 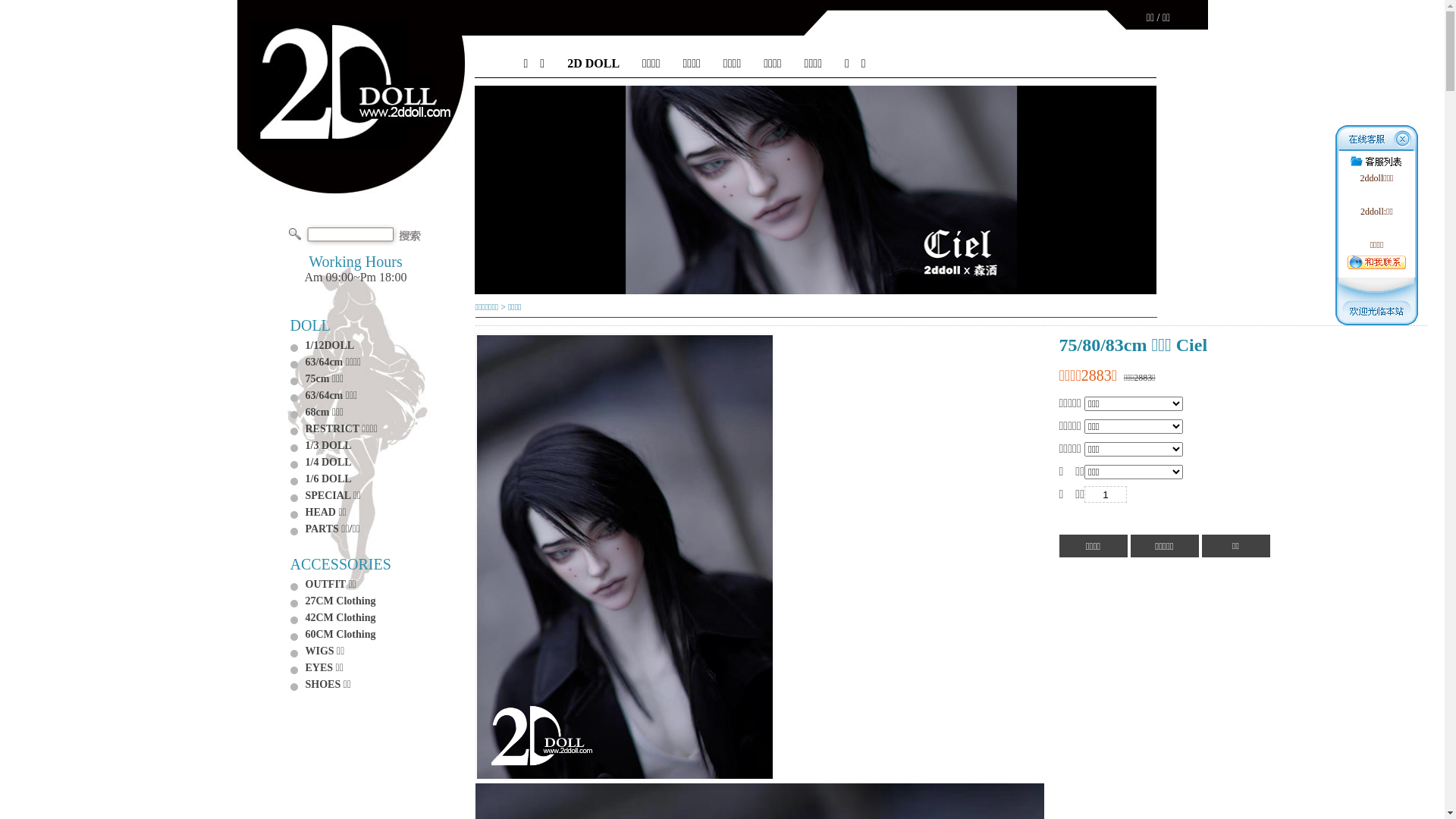 What do you see at coordinates (328, 345) in the screenshot?
I see `'1/12DOLL'` at bounding box center [328, 345].